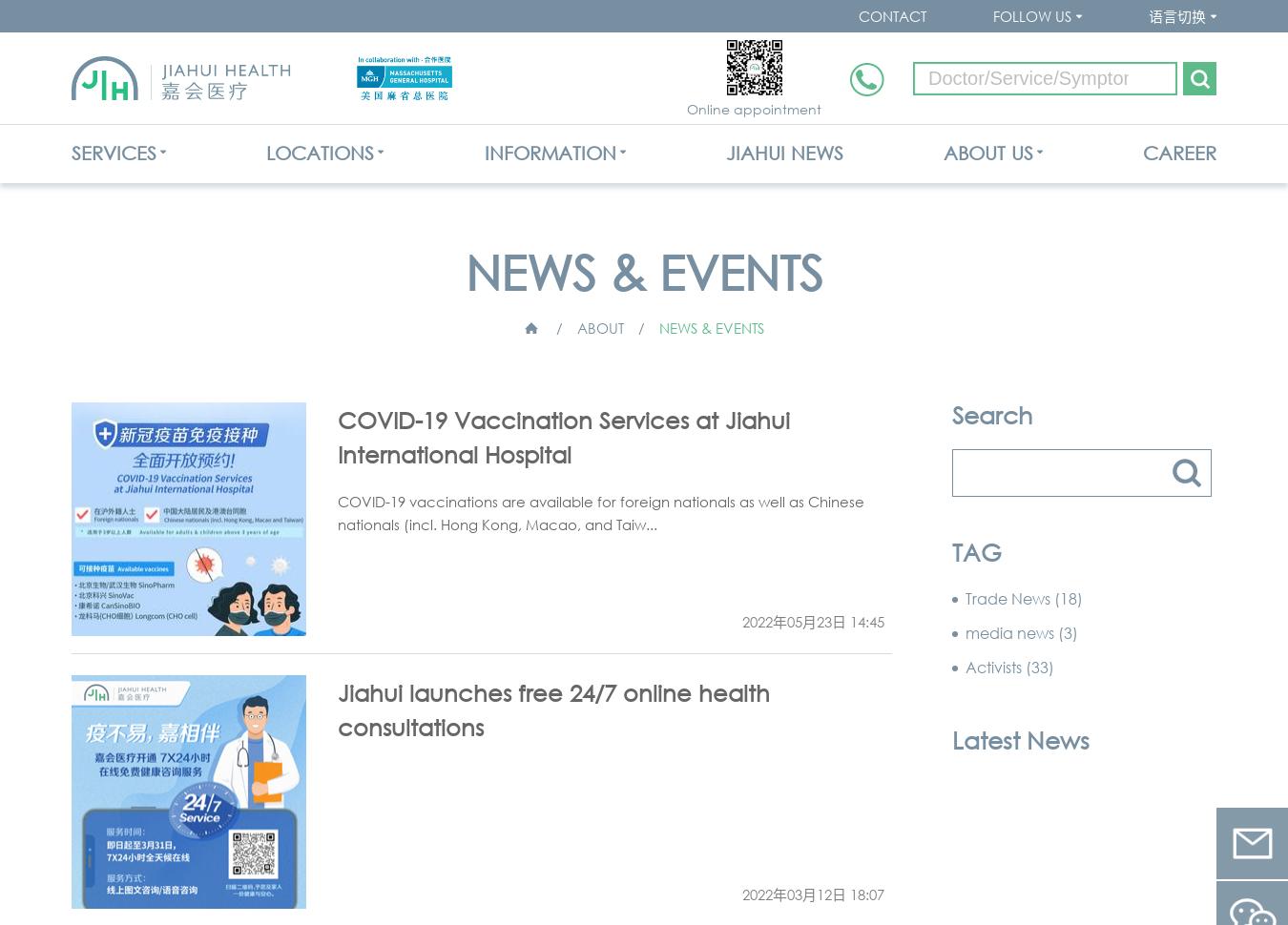  Describe the element at coordinates (951, 550) in the screenshot. I see `'TAG'` at that location.